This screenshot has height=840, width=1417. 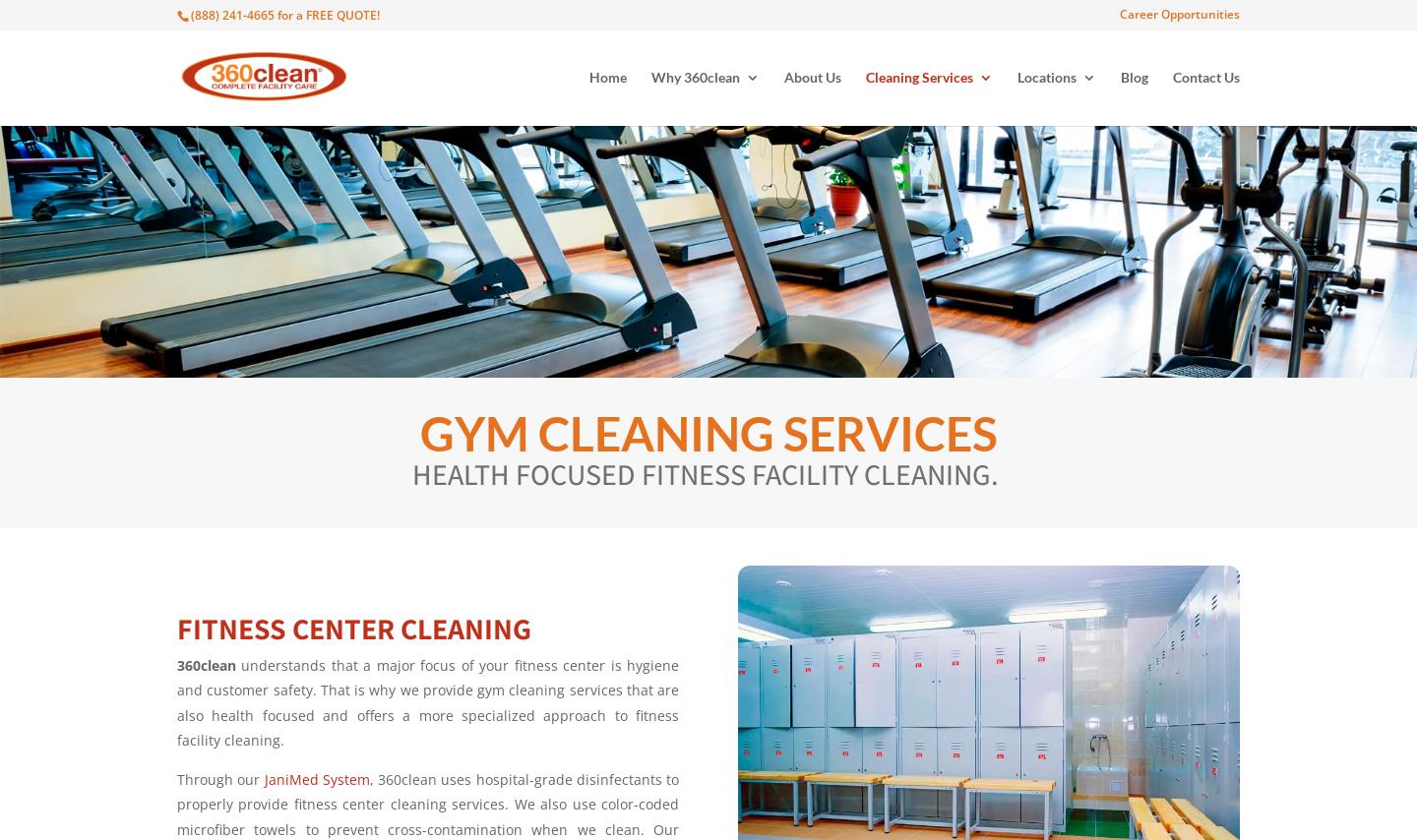 What do you see at coordinates (1200, 600) in the screenshot?
I see `'Floor Care Services'` at bounding box center [1200, 600].